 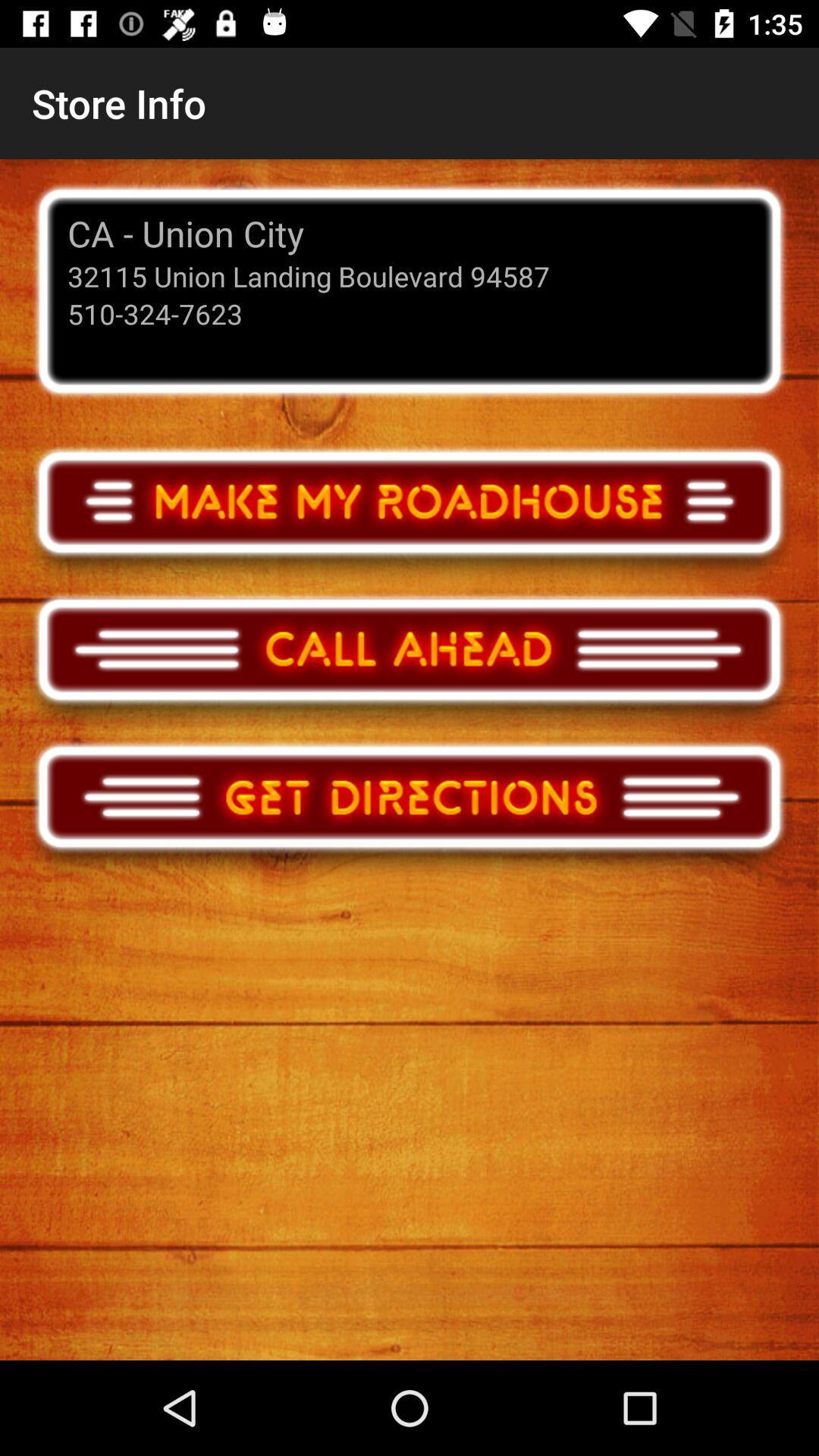 I want to click on get directions, so click(x=409, y=810).